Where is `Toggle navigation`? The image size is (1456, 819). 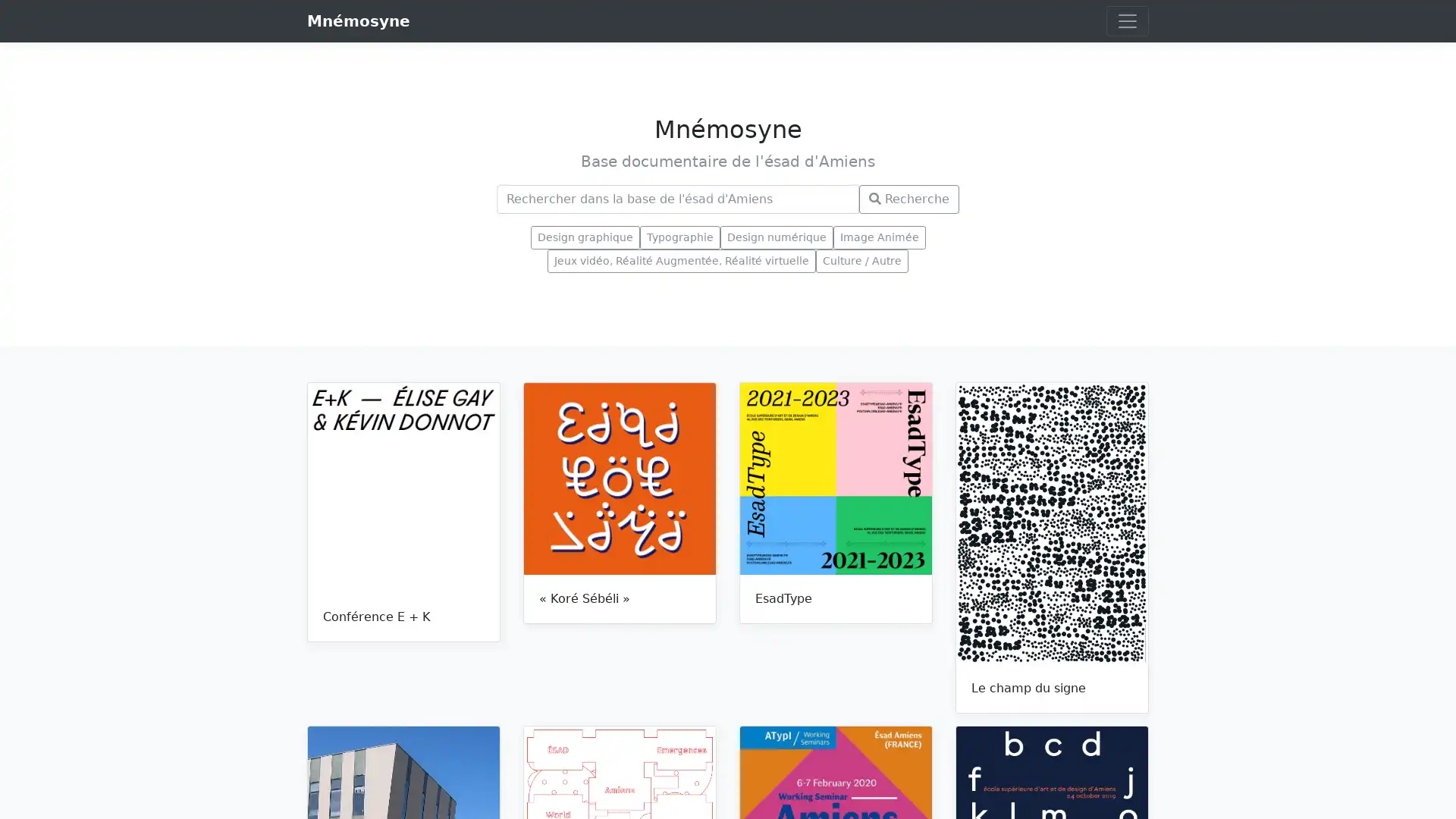 Toggle navigation is located at coordinates (1128, 20).